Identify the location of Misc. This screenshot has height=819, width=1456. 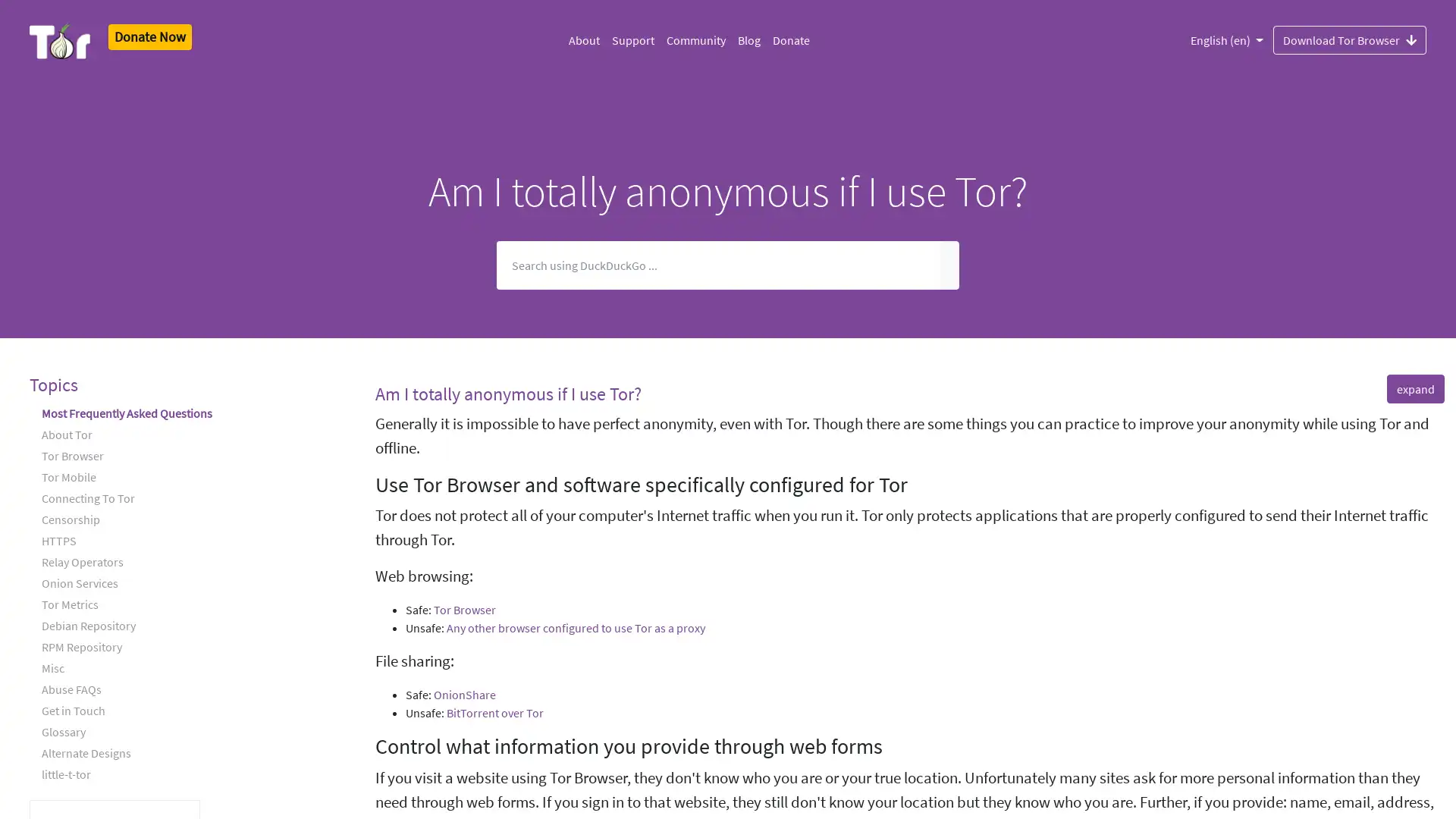
(187, 666).